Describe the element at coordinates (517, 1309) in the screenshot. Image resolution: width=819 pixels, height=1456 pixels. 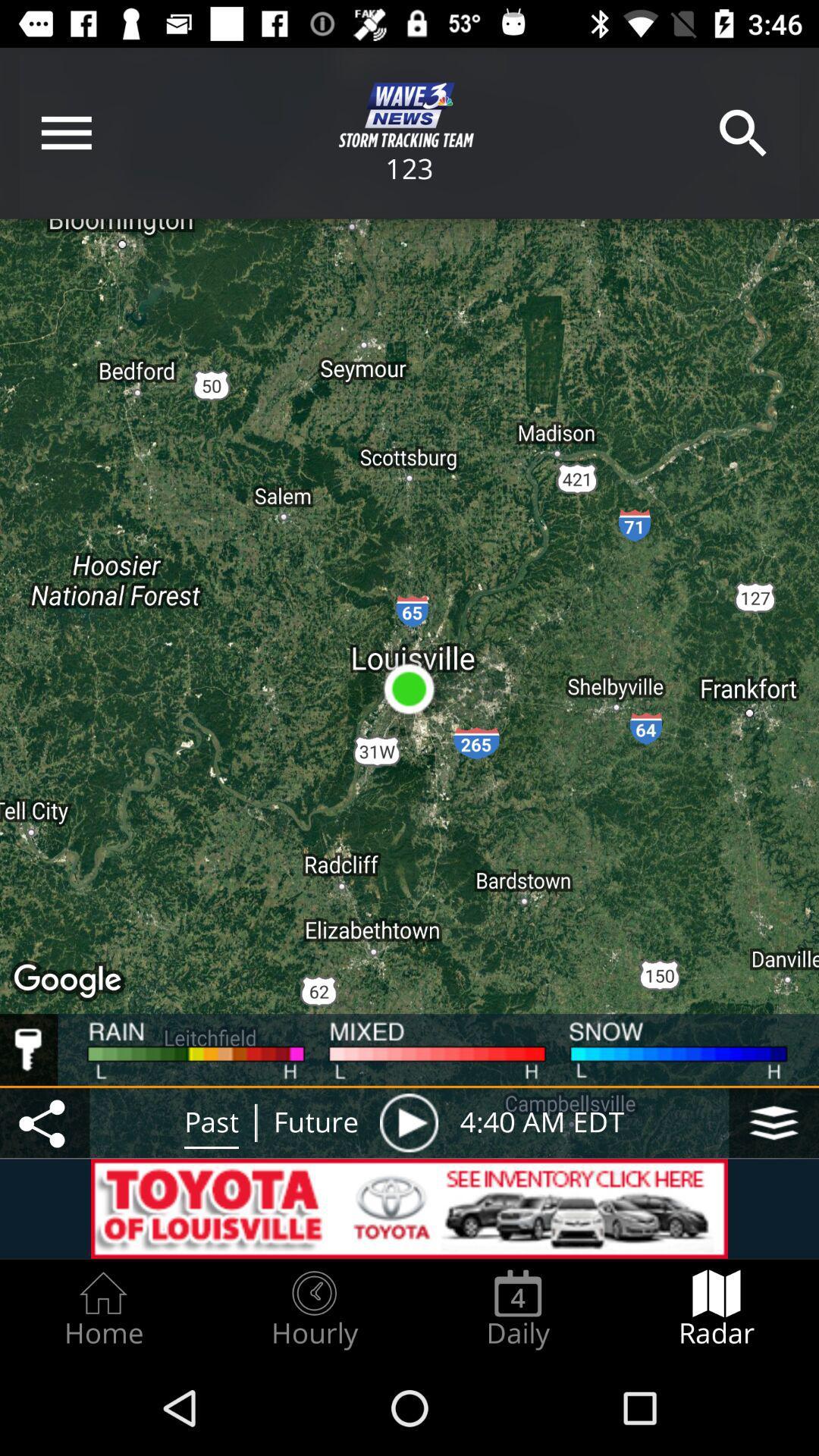
I see `the icon to the left of the radar item` at that location.